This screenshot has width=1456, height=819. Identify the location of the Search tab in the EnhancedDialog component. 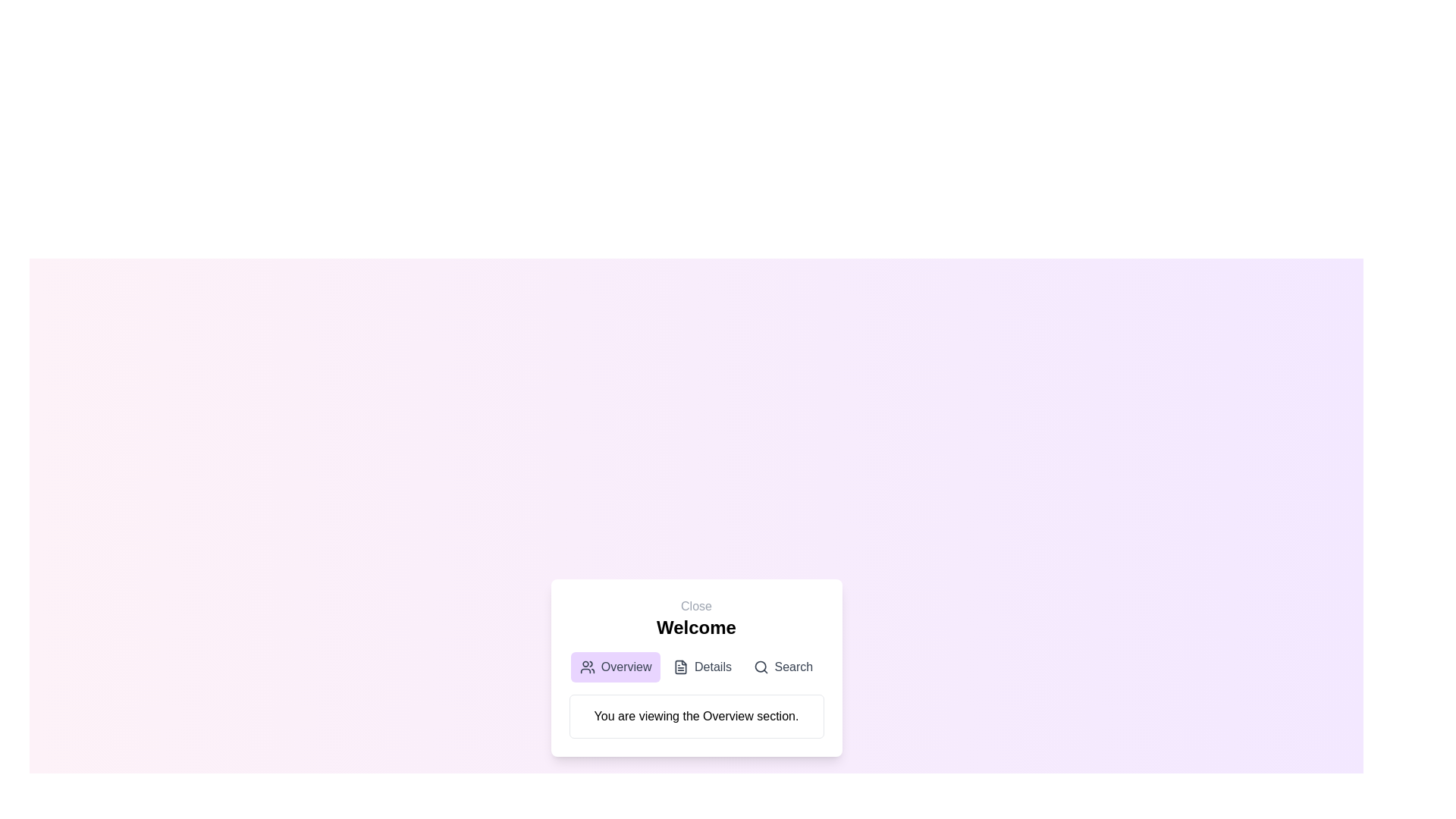
(783, 666).